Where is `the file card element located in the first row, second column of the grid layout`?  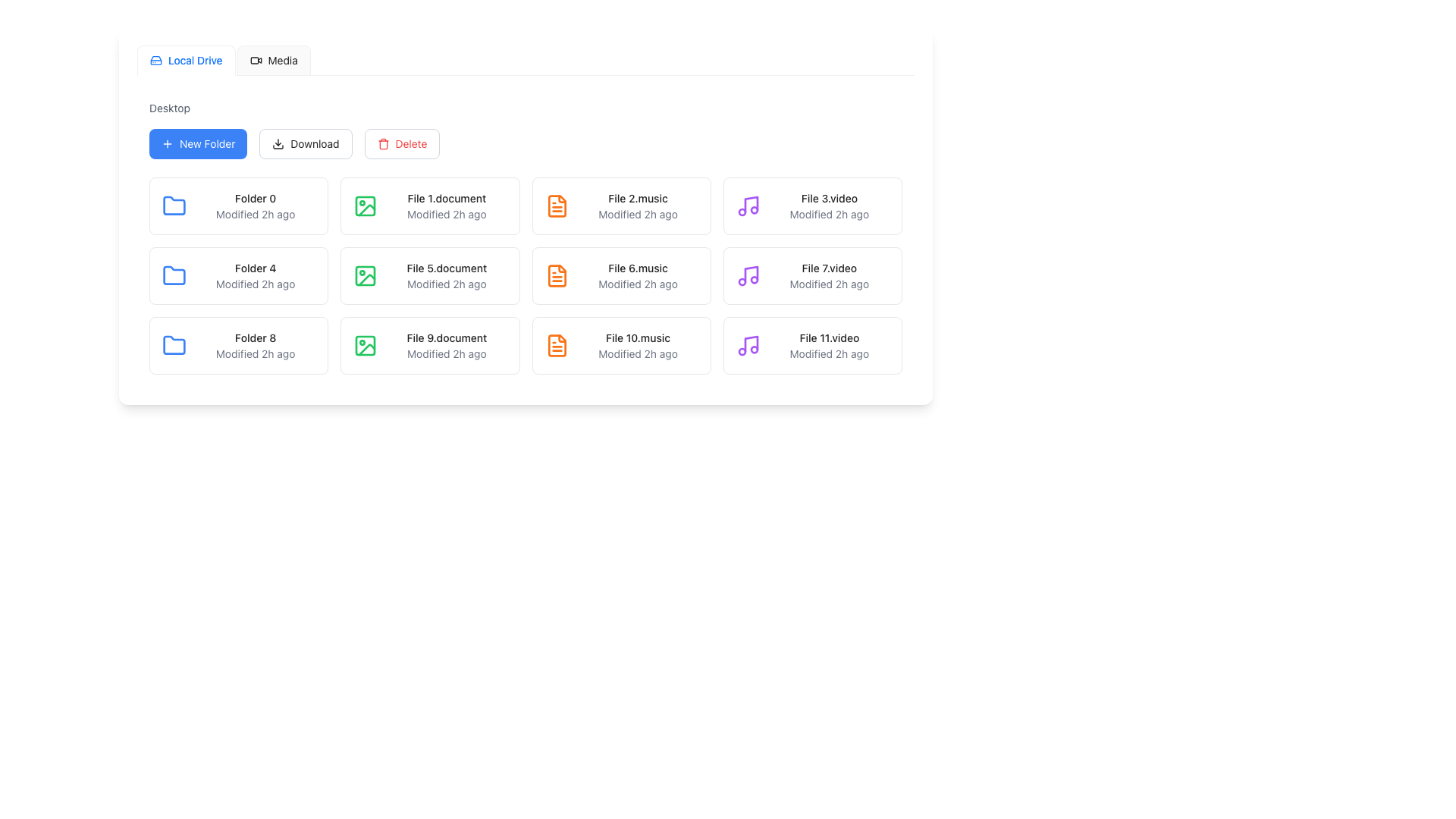
the file card element located in the first row, second column of the grid layout is located at coordinates (429, 206).